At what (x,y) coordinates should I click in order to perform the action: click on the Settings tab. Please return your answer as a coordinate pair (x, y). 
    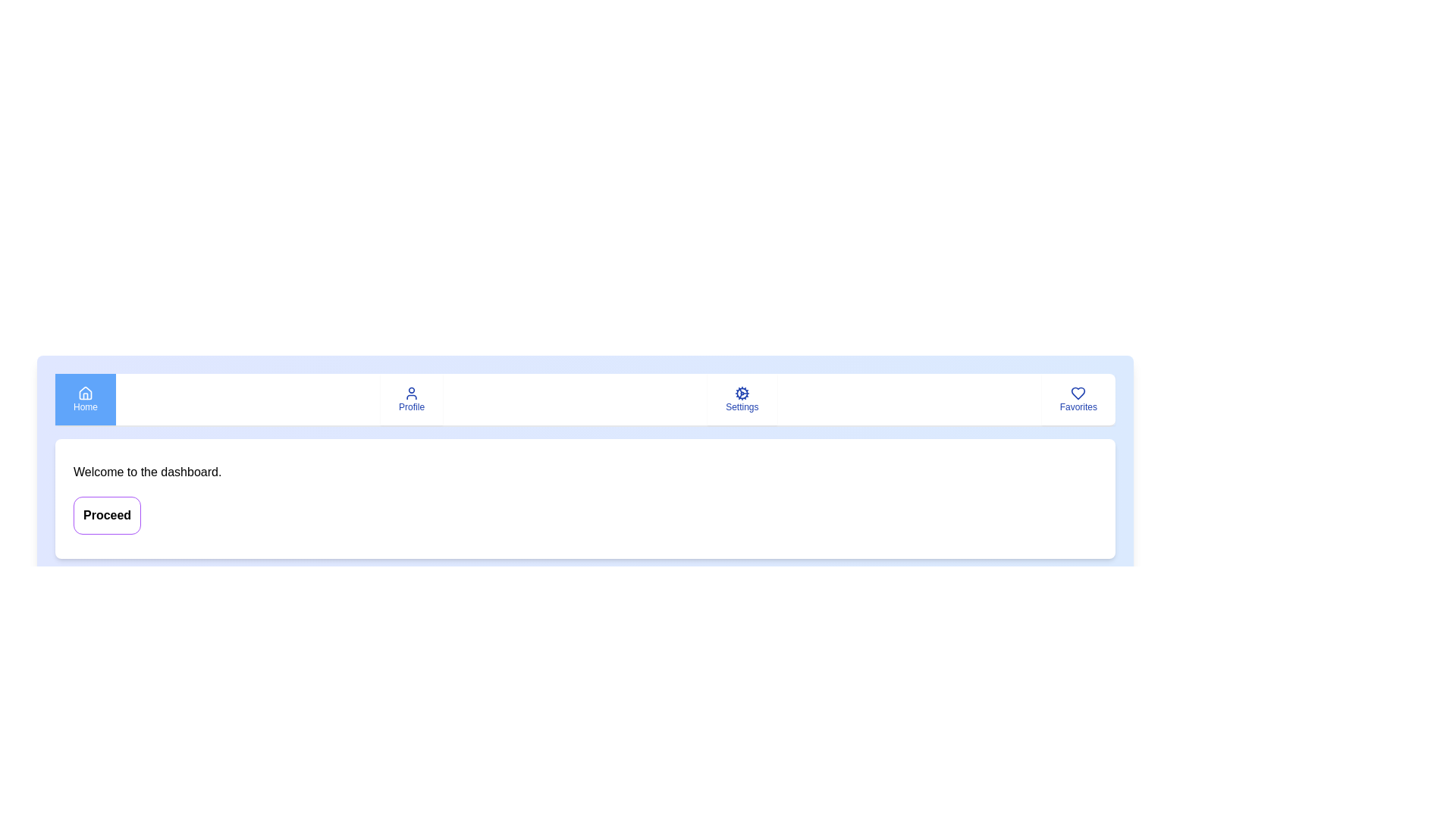
    Looking at the image, I should click on (742, 399).